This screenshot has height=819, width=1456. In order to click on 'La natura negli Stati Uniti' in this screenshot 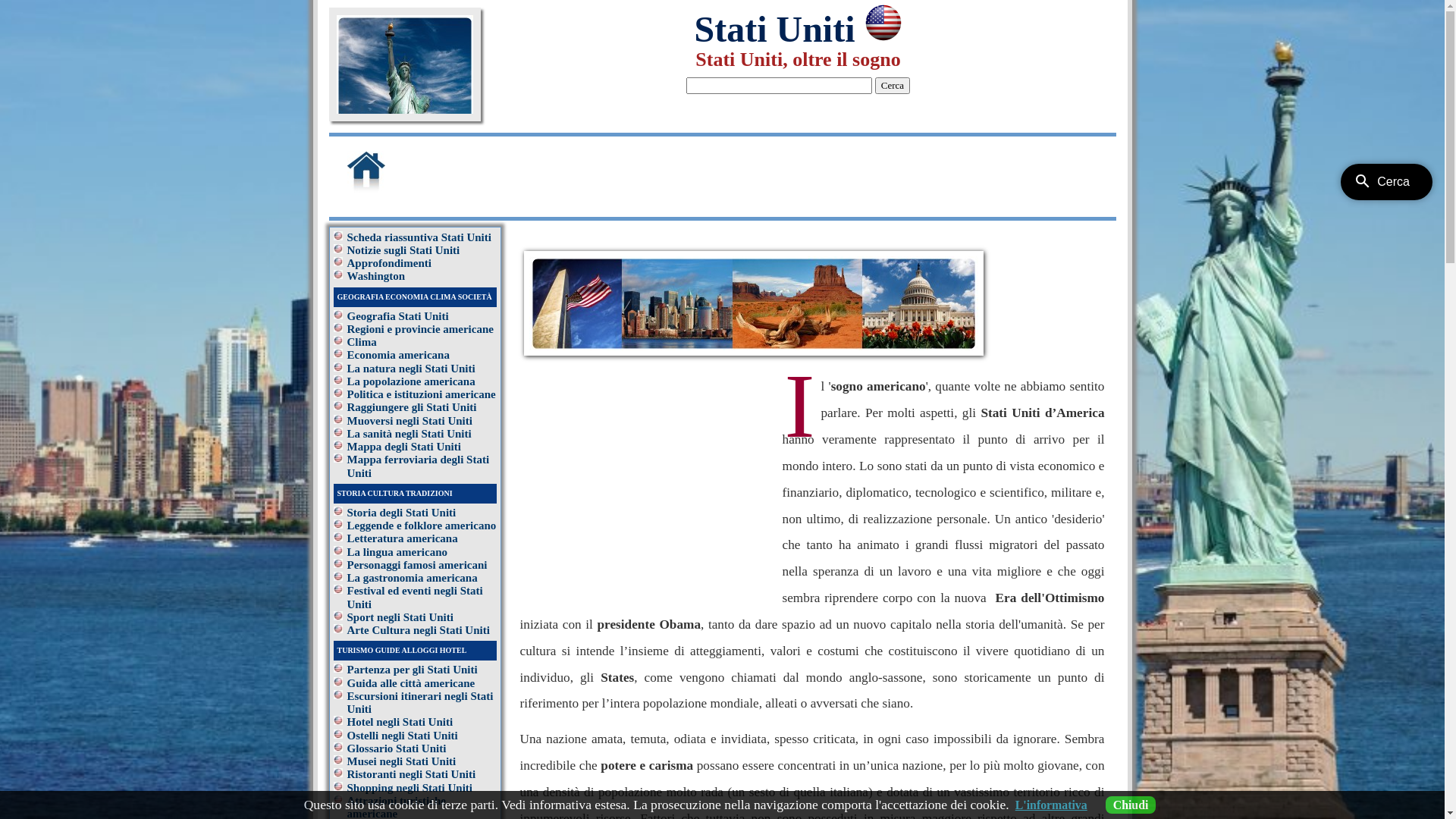, I will do `click(411, 369)`.